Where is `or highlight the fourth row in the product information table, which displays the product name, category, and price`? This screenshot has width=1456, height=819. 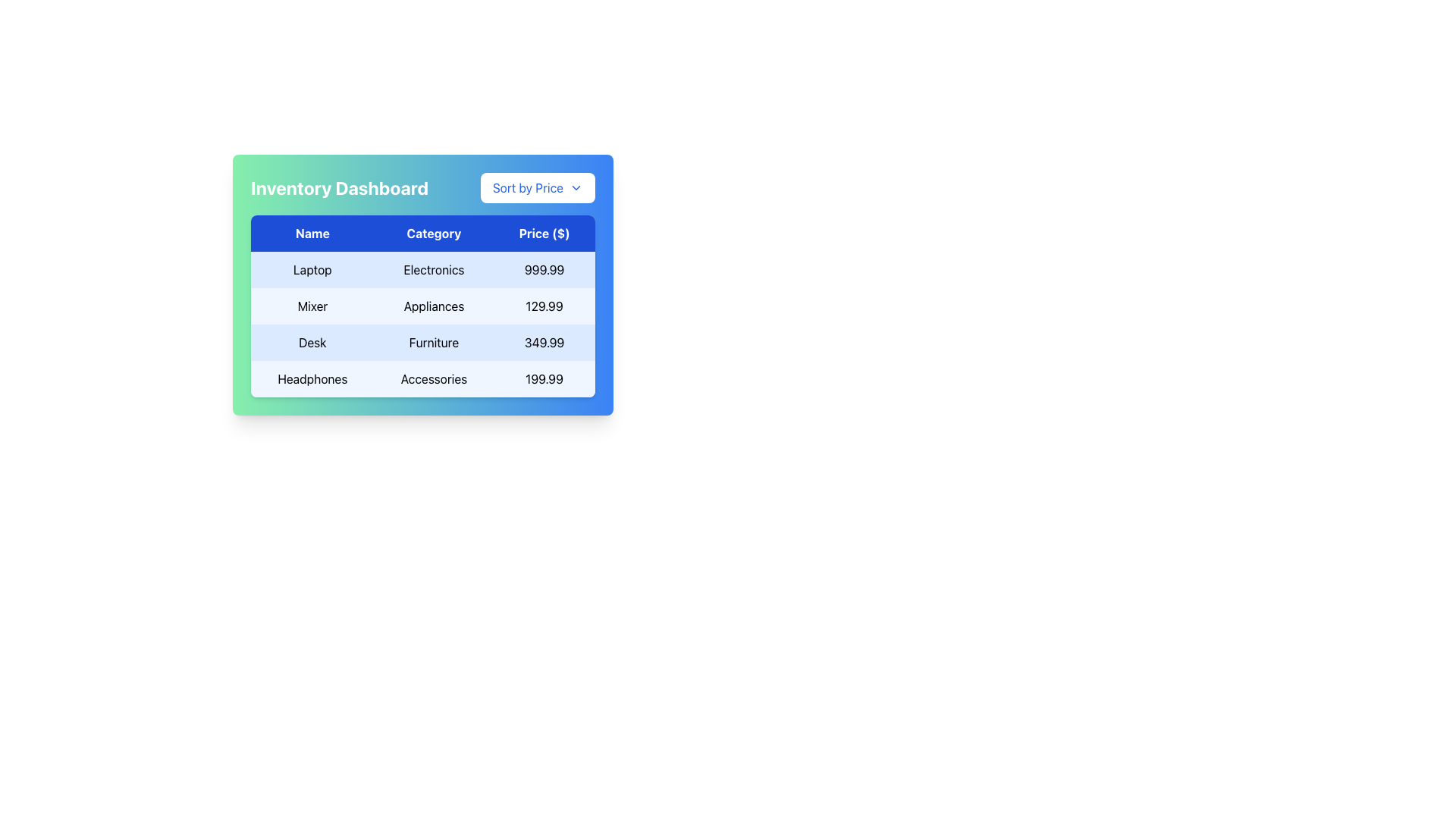 or highlight the fourth row in the product information table, which displays the product name, category, and price is located at coordinates (422, 378).